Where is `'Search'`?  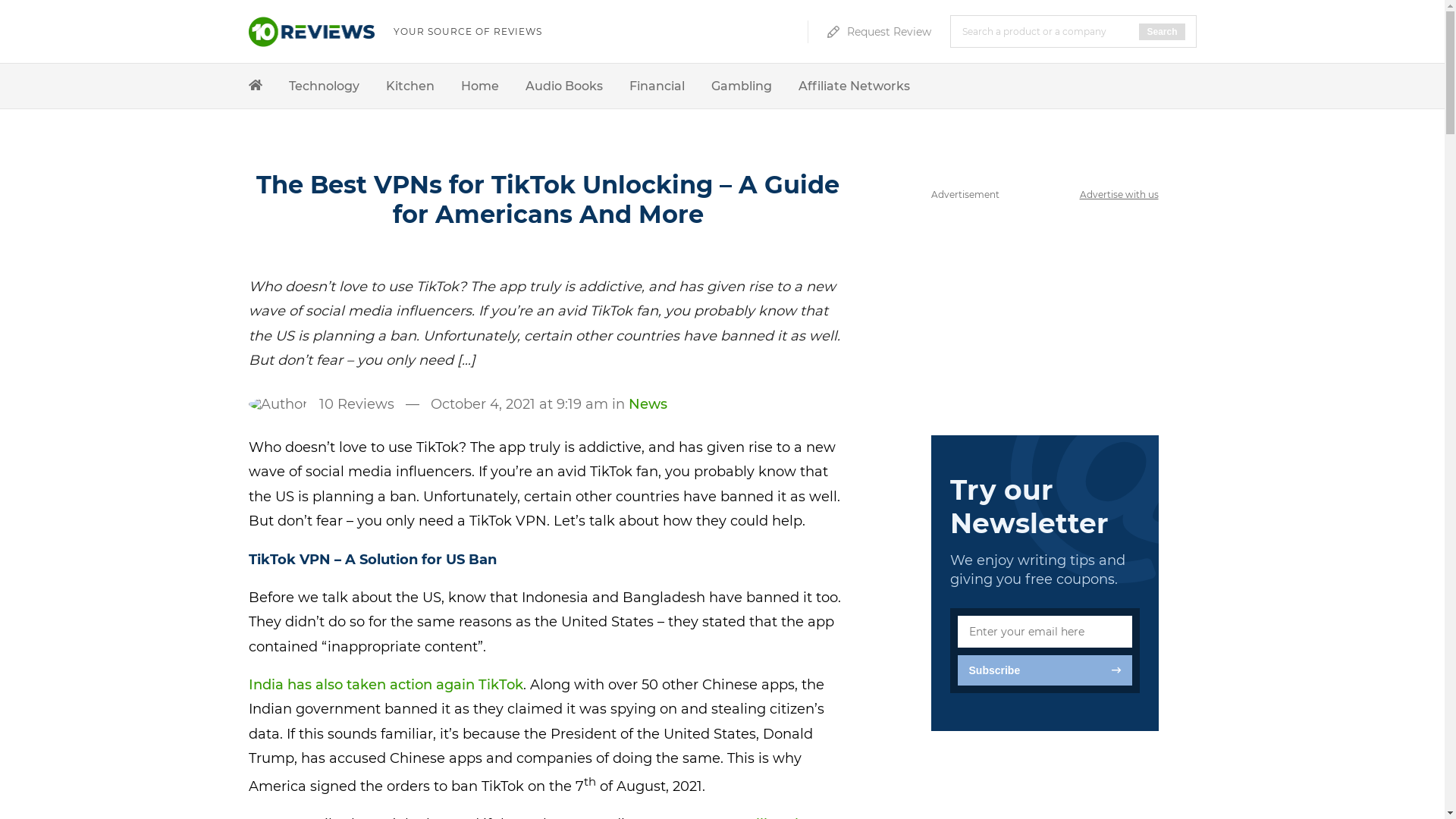 'Search' is located at coordinates (1139, 32).